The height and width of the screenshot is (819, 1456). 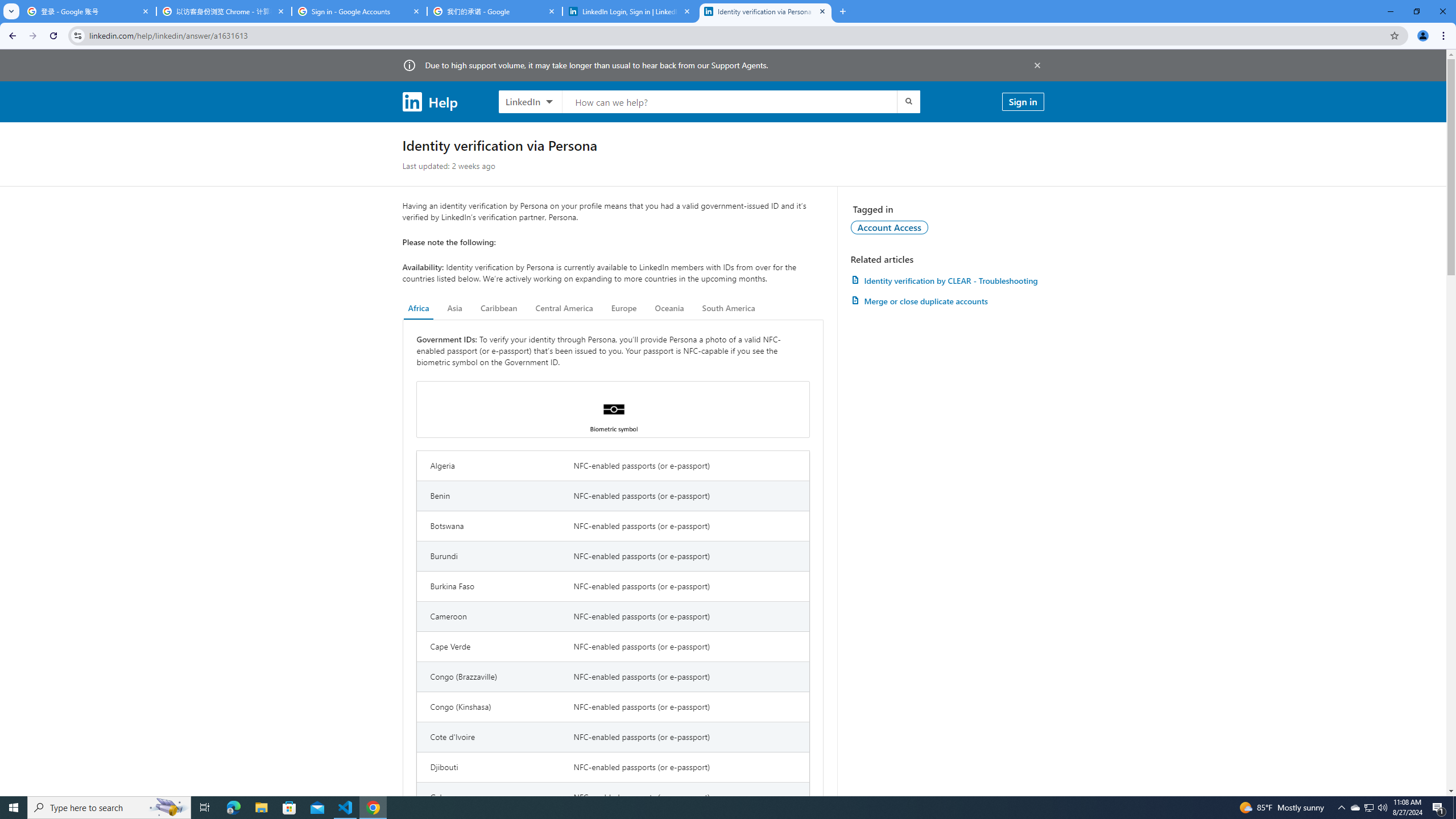 I want to click on 'LinkedIn Login, Sign in | LinkedIn', so click(x=630, y=11).